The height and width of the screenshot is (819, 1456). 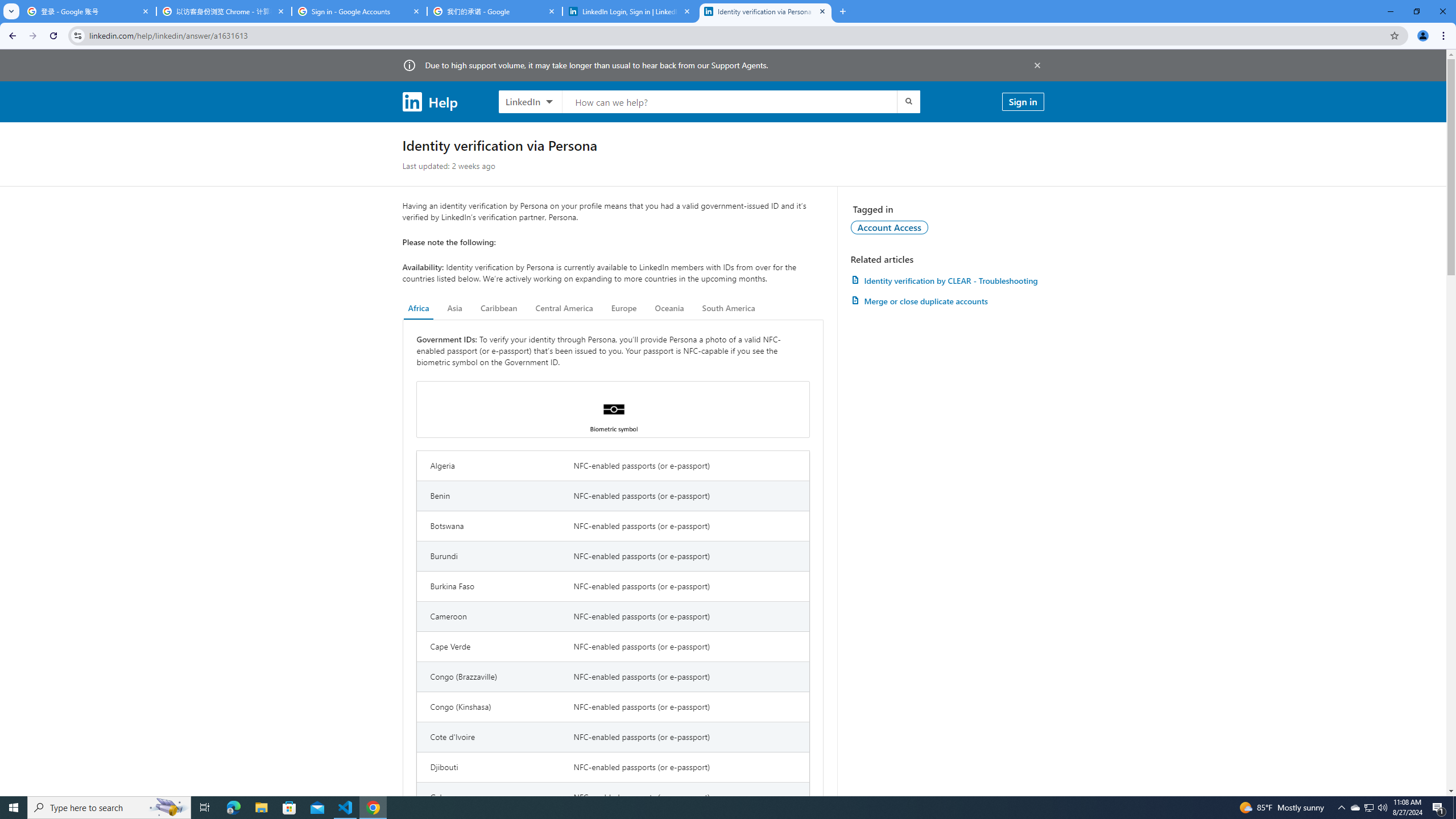 I want to click on 'LinkedIn Login, Sign in | LinkedIn', so click(x=630, y=11).